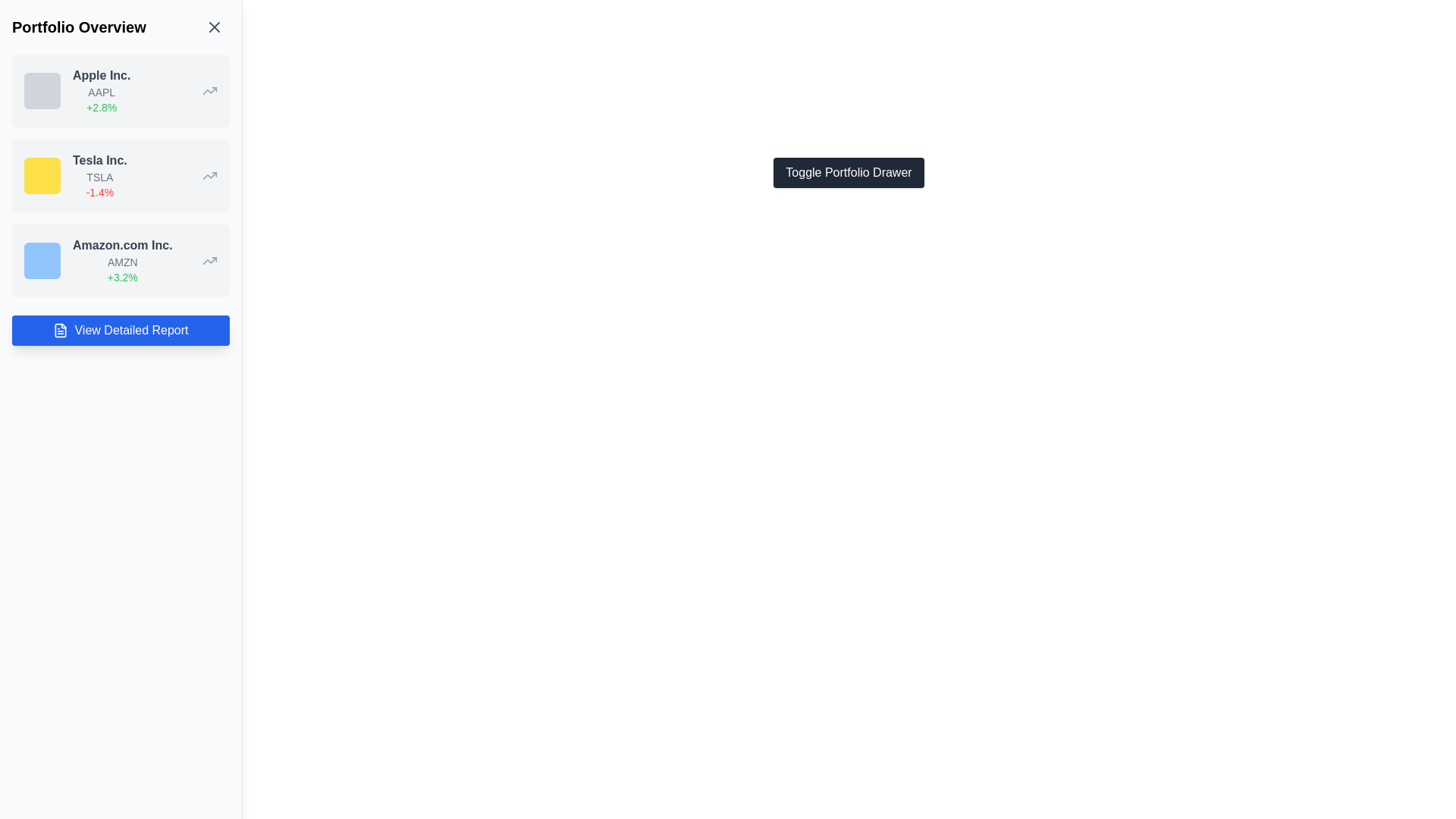 This screenshot has width=1456, height=819. What do you see at coordinates (99, 174) in the screenshot?
I see `the Text-based informational group displaying the company 'Tesla Inc.' with stock symbol 'TSLA' and percentage change of -1.4%, located in the left sidebar under 'Portfolio Overview'` at bounding box center [99, 174].